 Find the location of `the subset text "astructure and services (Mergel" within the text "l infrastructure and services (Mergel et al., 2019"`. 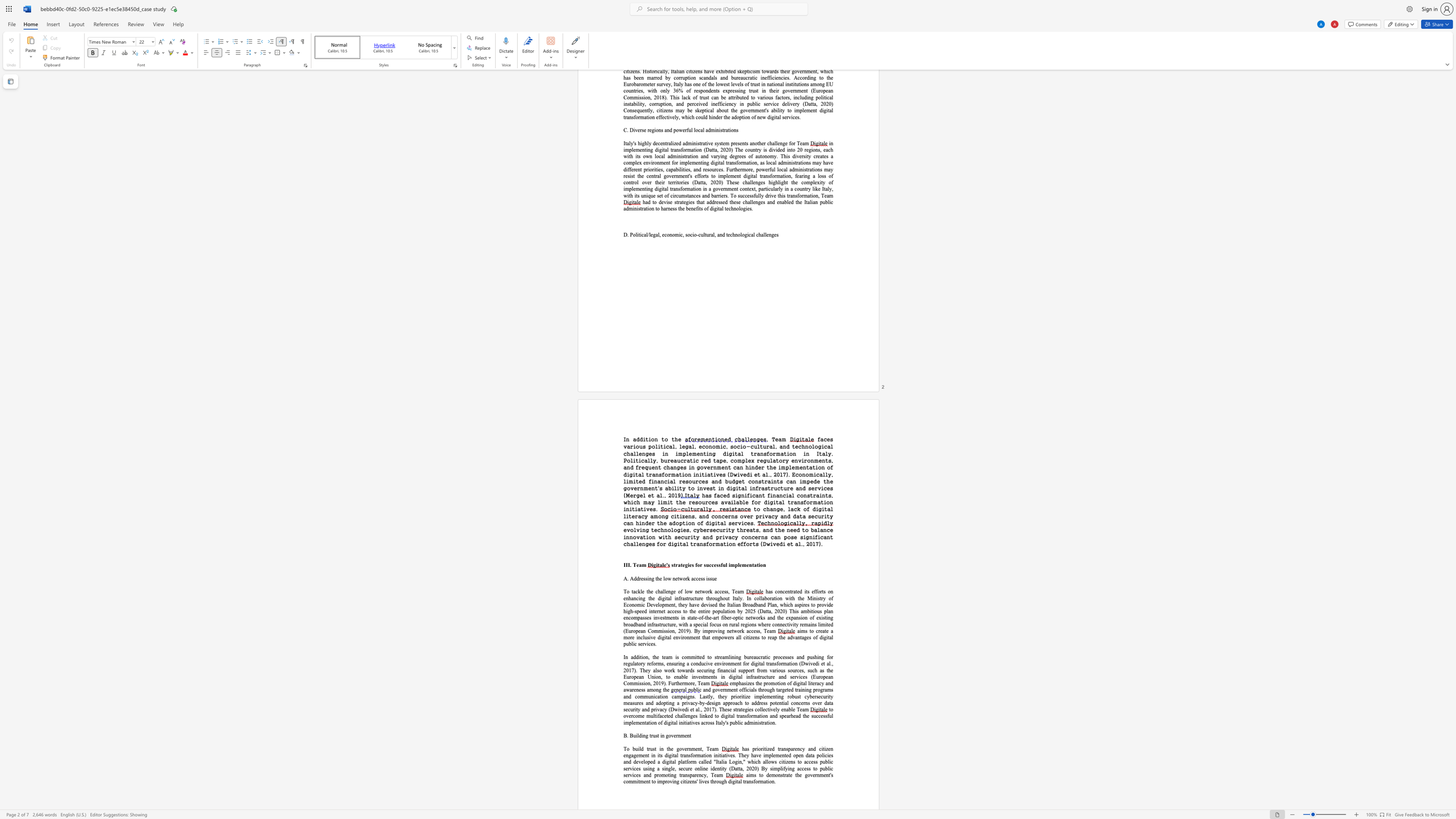

the subset text "astructure and services (Mergel" within the text "l infrastructure and services (Mergel et al., 2019" is located at coordinates (760, 488).